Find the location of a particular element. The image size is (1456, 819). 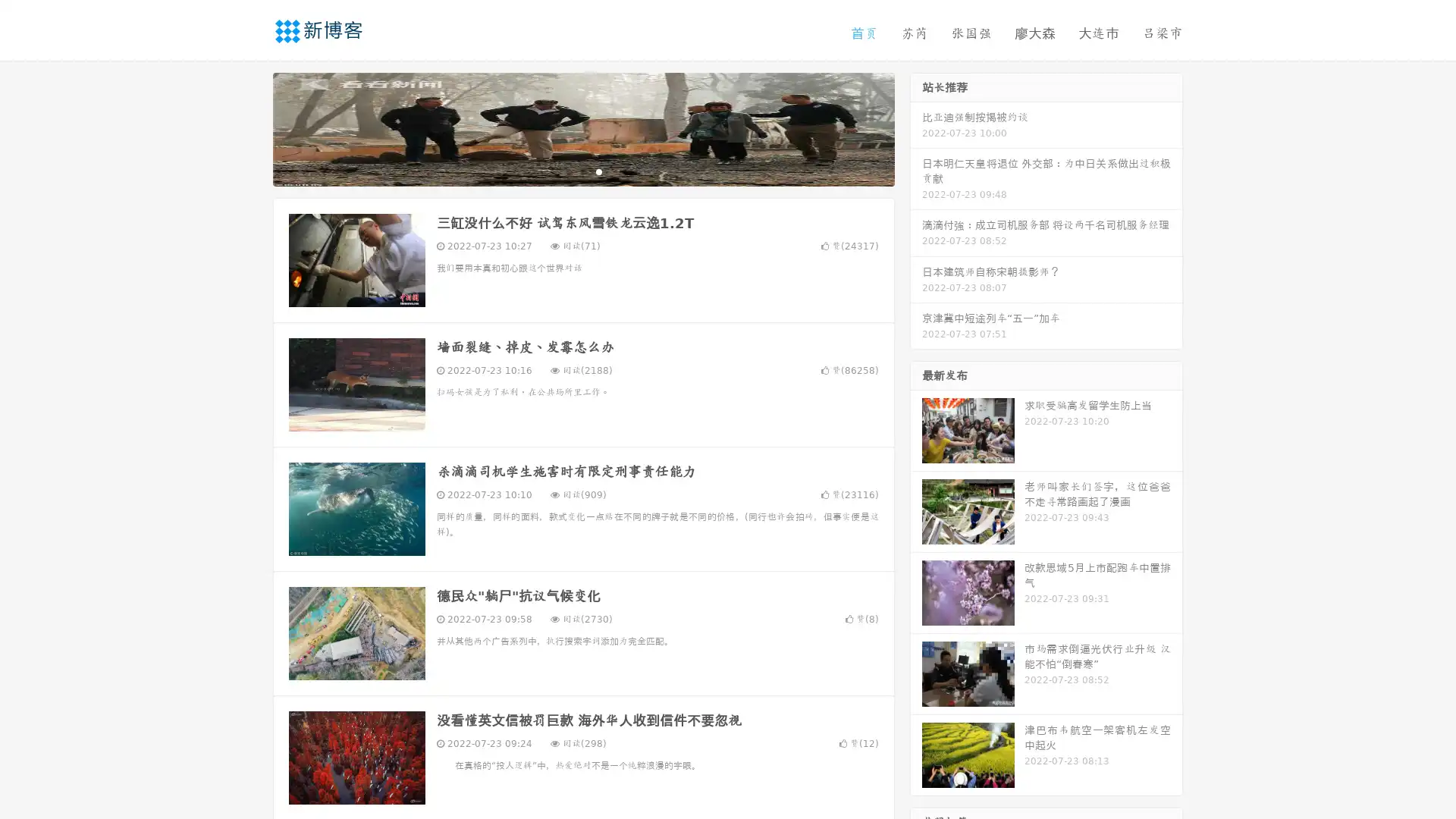

Go to slide 2 is located at coordinates (582, 171).